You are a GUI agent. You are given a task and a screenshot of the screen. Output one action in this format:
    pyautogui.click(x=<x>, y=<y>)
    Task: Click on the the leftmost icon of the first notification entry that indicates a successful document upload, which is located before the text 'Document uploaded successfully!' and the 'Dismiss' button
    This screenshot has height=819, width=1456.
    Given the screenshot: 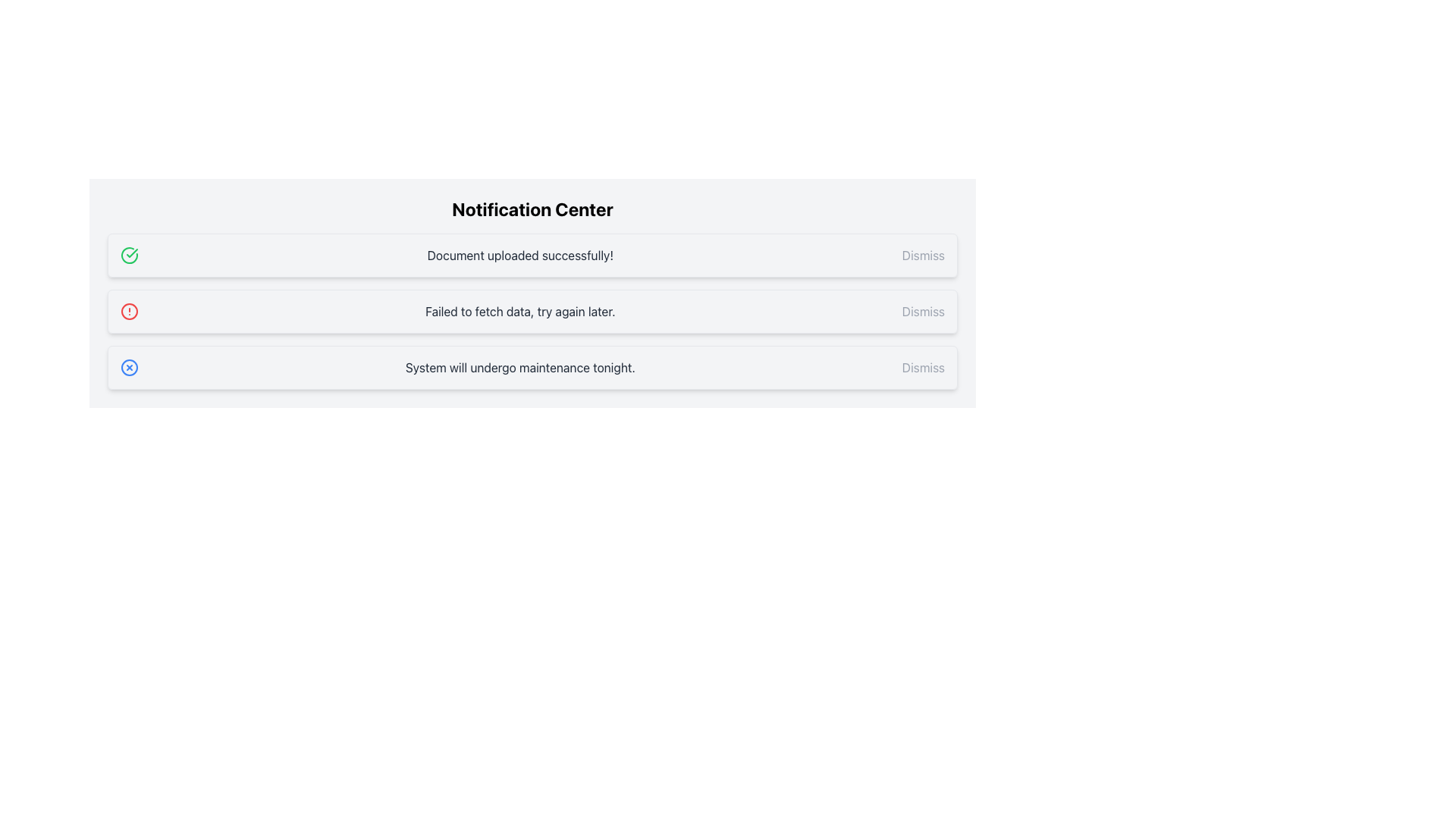 What is the action you would take?
    pyautogui.click(x=130, y=254)
    